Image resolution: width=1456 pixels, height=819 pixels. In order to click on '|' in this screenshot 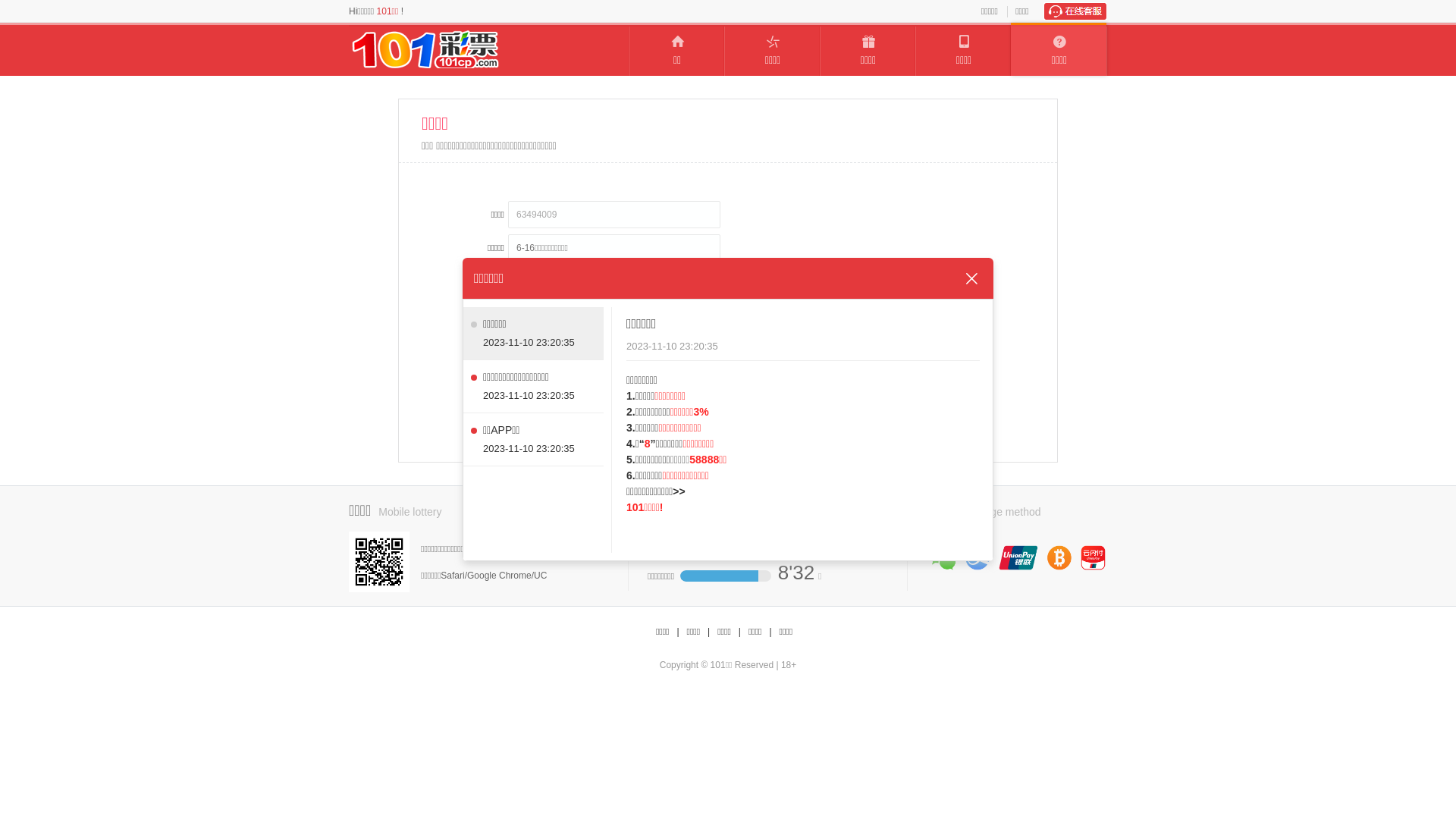, I will do `click(739, 632)`.